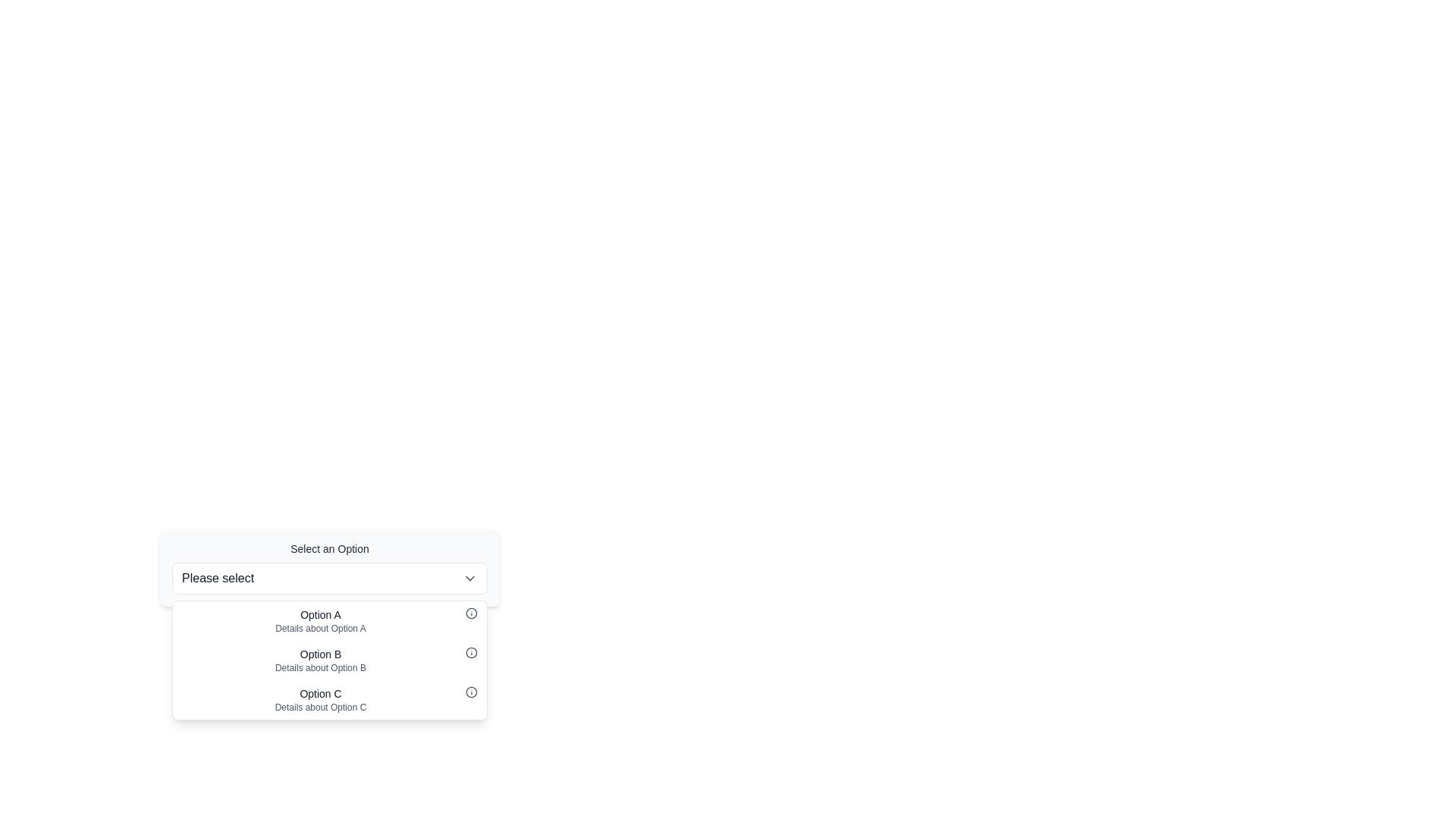  I want to click on the circular icon located in the third entry labeled 'Option C', so click(471, 692).